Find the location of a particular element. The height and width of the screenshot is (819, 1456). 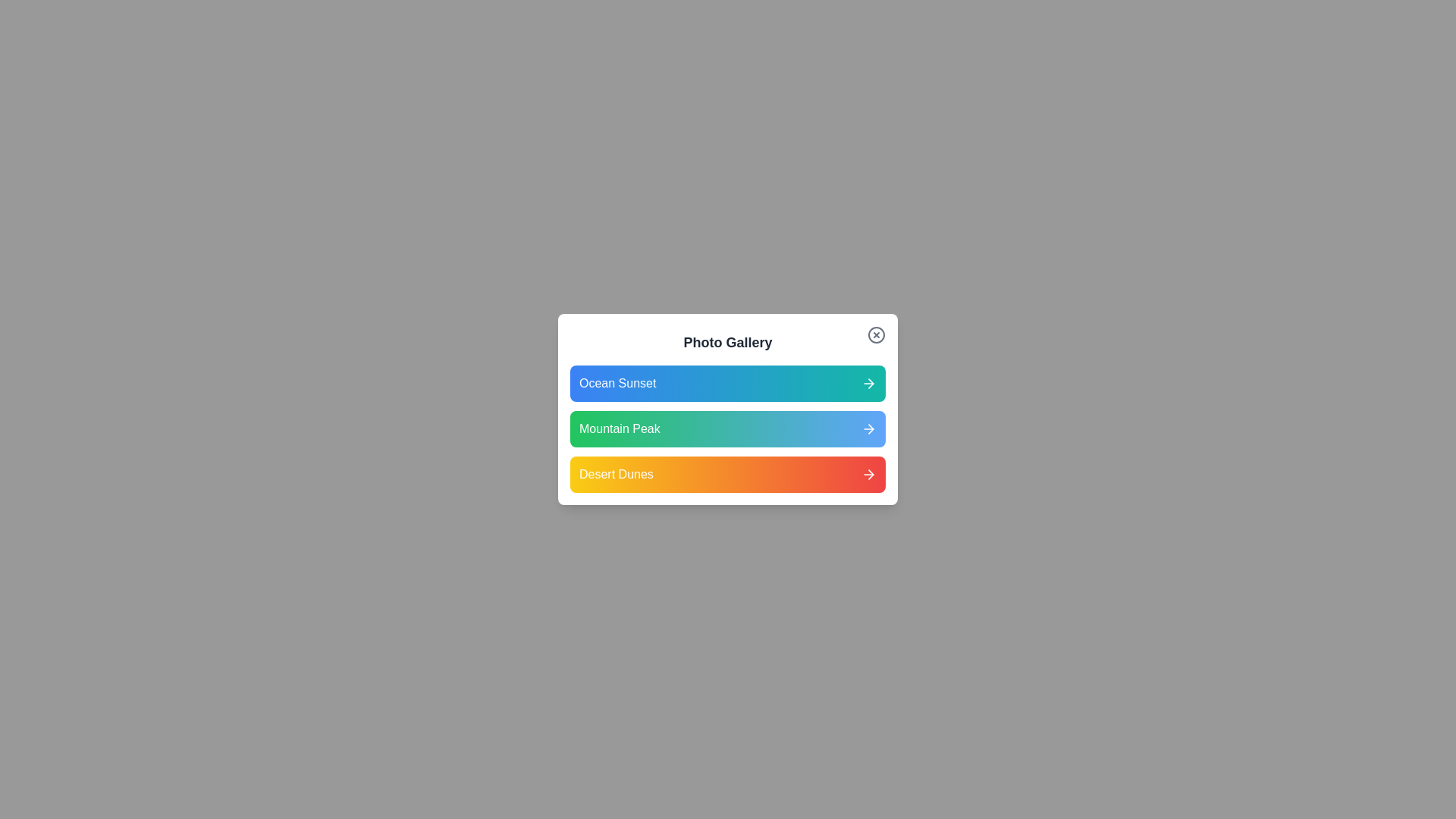

the photo titled Mountain Peak from the list is located at coordinates (728, 429).